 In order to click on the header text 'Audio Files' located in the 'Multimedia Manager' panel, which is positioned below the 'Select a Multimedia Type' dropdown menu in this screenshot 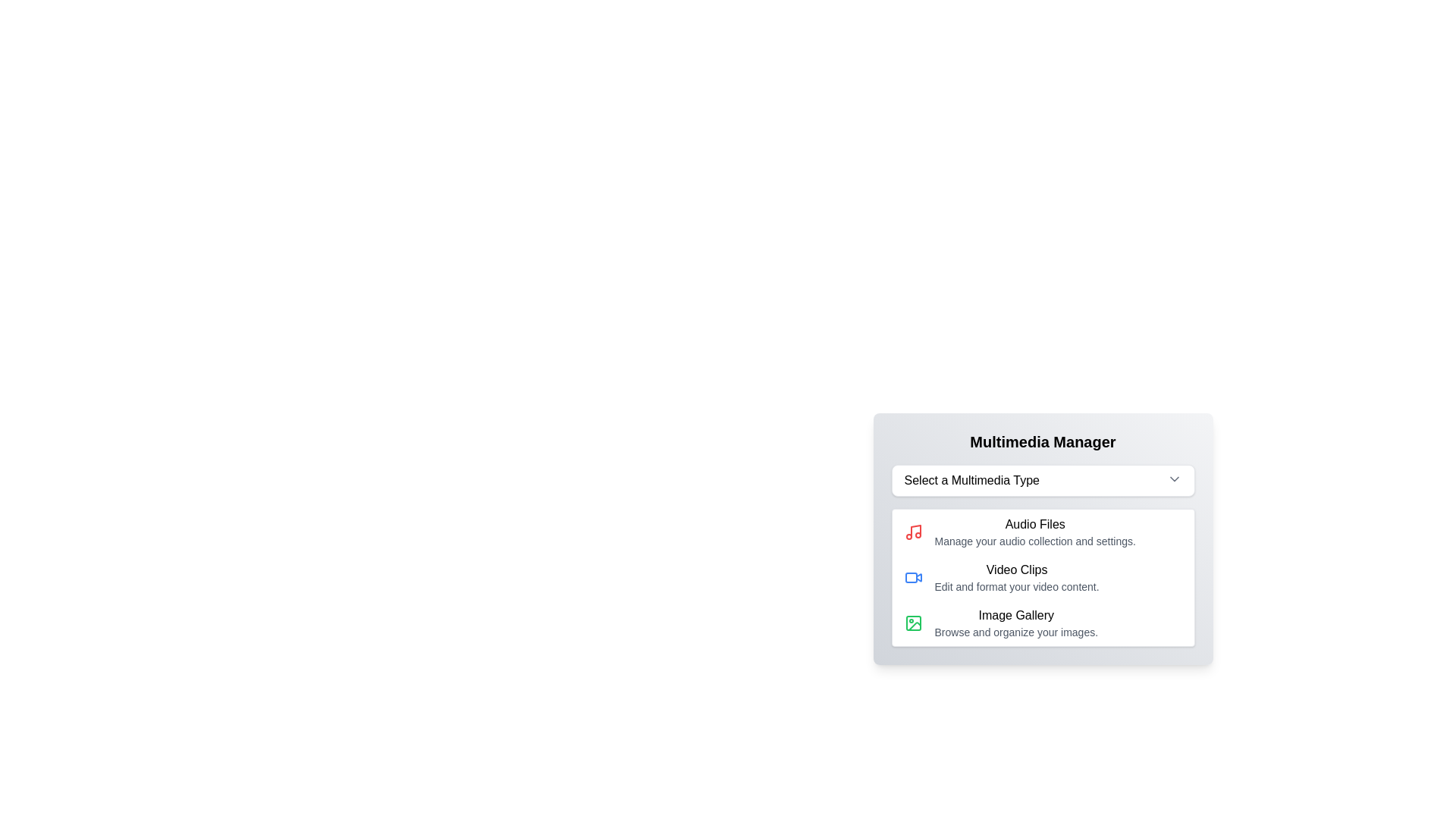, I will do `click(1034, 523)`.